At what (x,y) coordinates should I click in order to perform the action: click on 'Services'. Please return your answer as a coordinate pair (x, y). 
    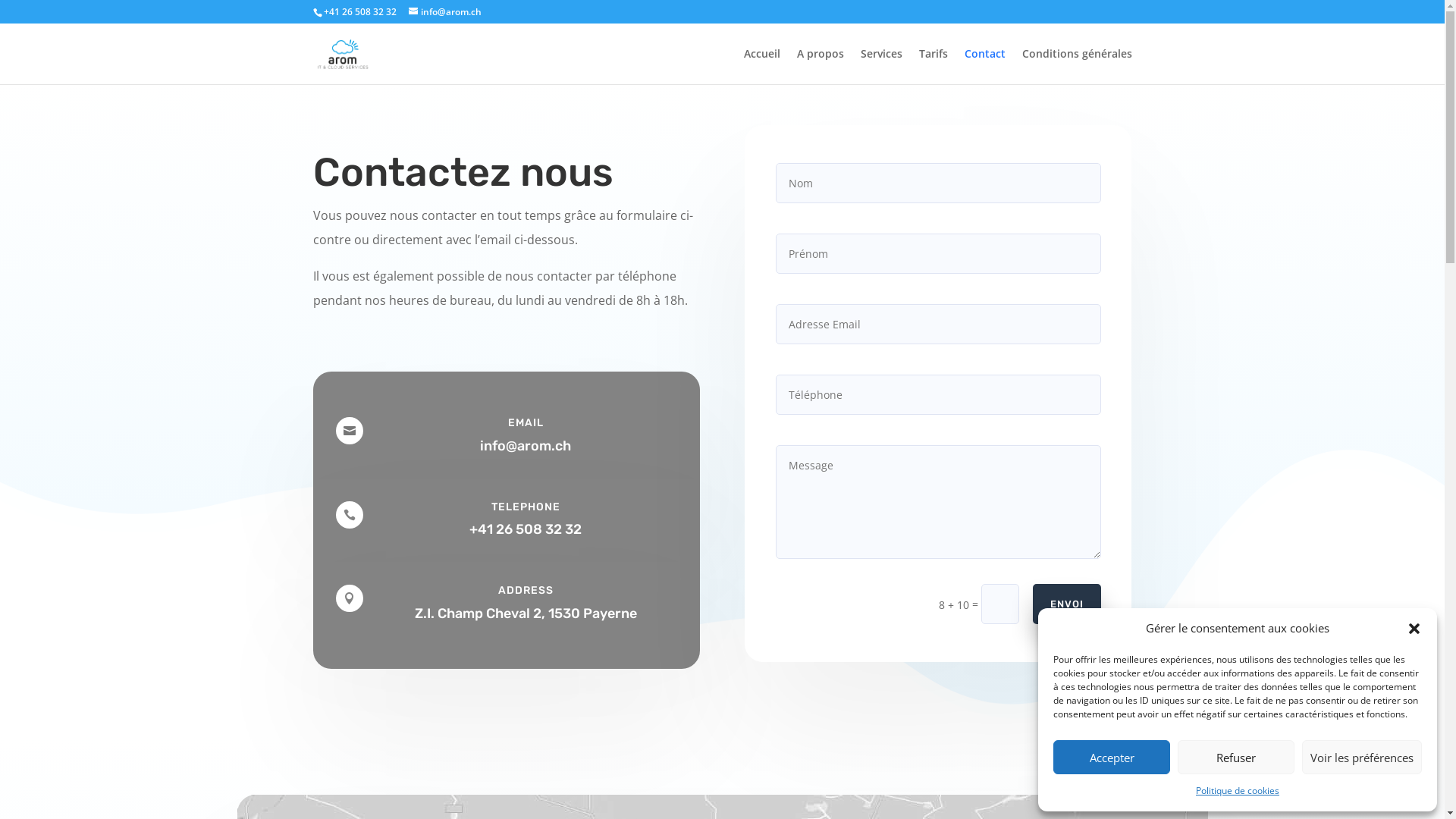
    Looking at the image, I should click on (880, 65).